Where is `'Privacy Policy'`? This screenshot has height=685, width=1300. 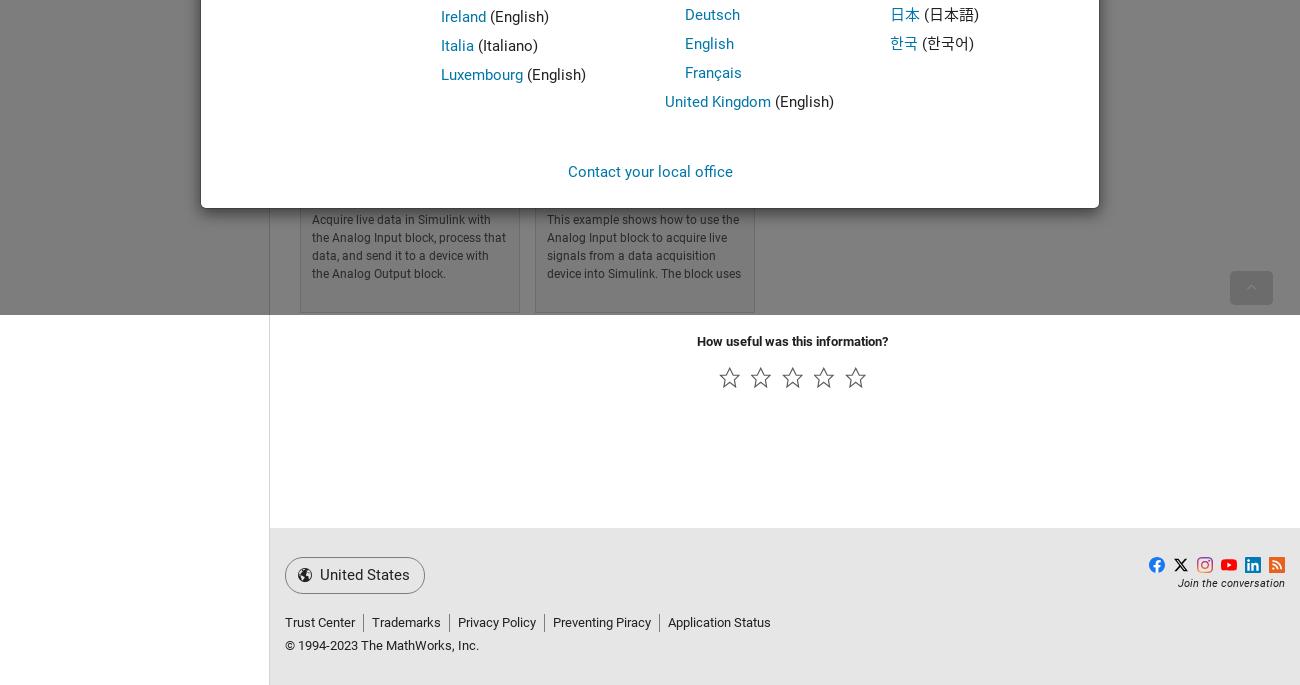
'Privacy Policy' is located at coordinates (496, 622).